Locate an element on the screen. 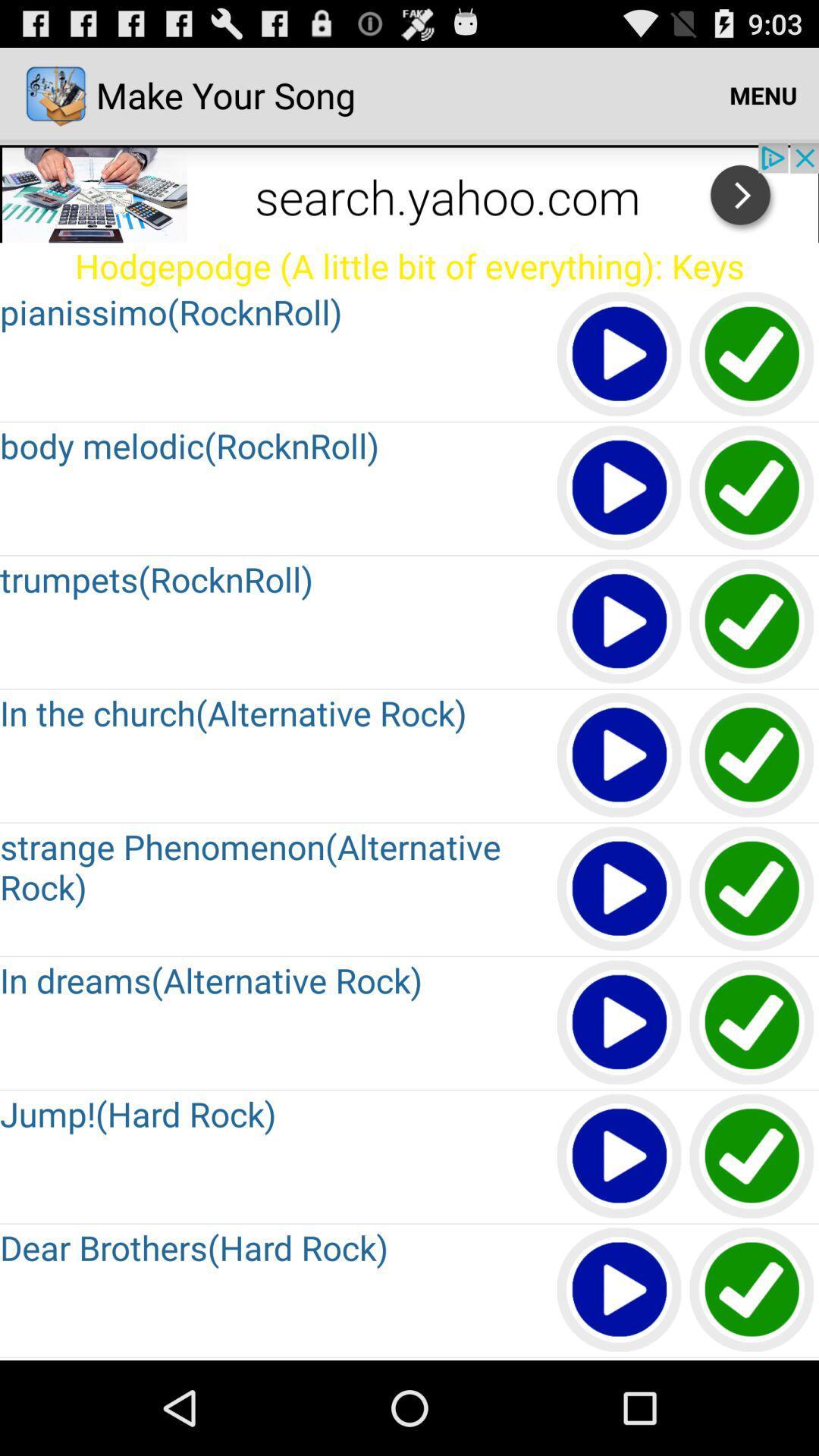  song is located at coordinates (752, 1156).